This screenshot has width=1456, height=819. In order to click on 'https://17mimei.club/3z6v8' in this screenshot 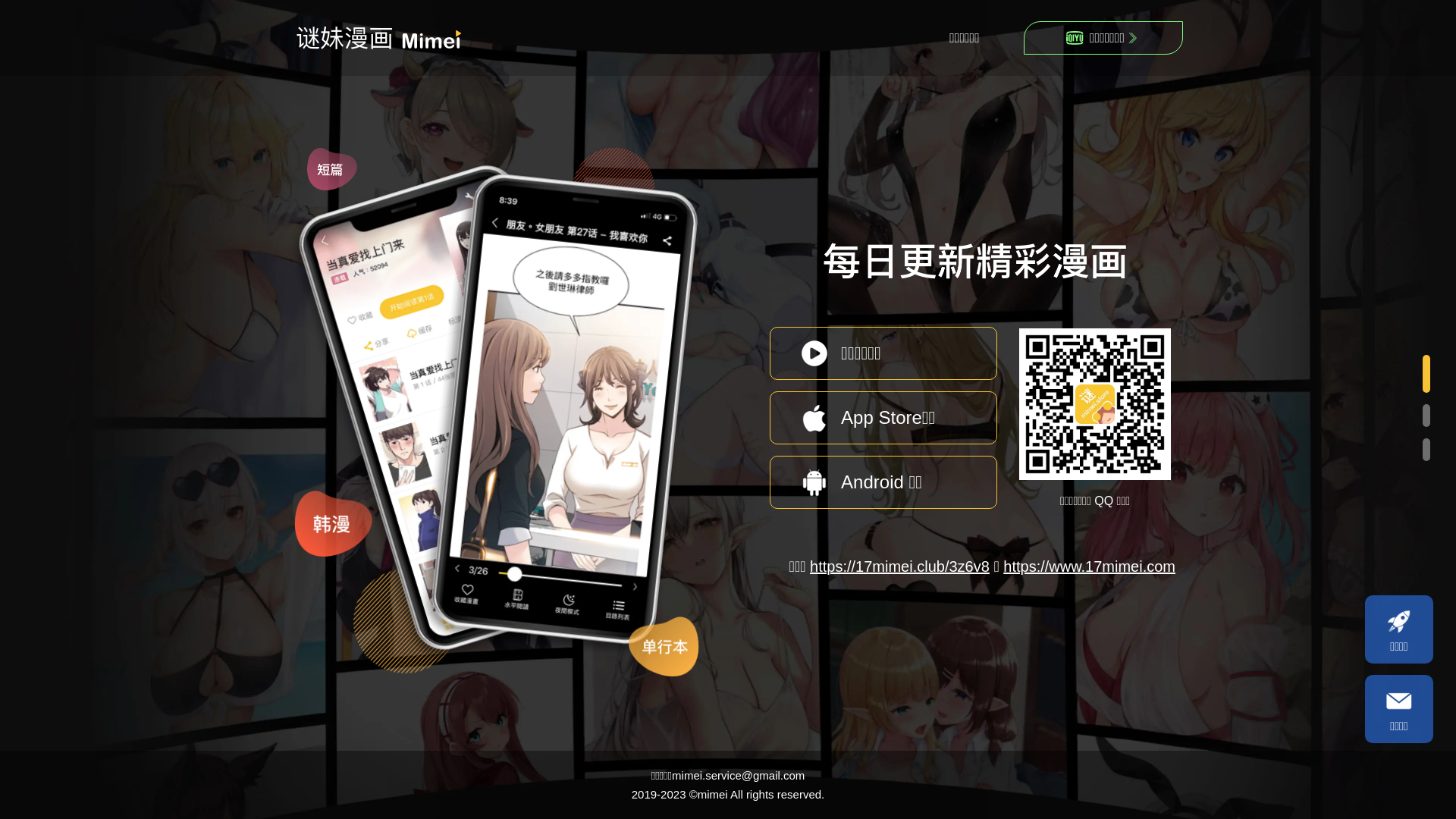, I will do `click(899, 566)`.